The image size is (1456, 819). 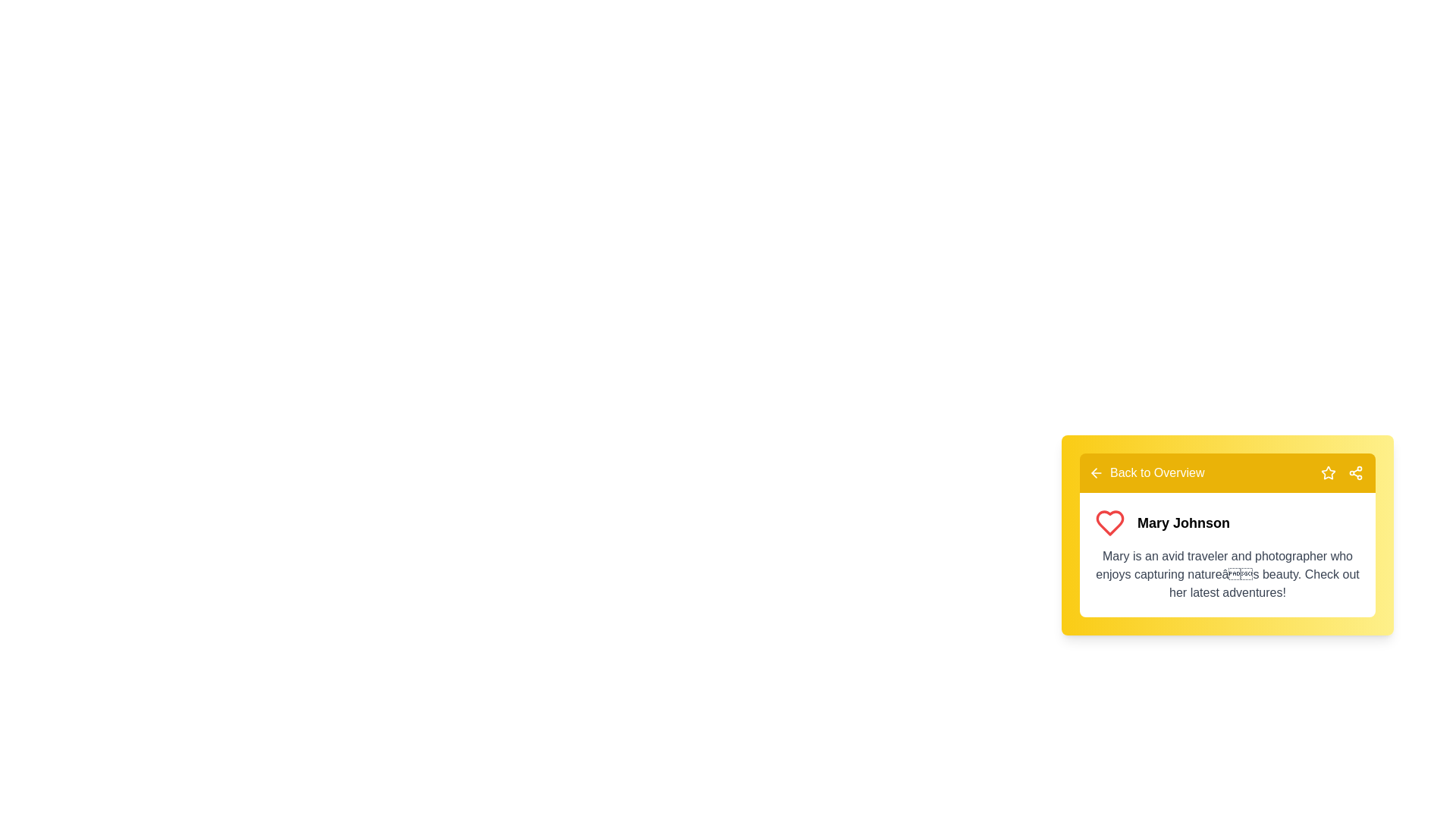 What do you see at coordinates (1096, 472) in the screenshot?
I see `the arrow icon located at the top left of the yellow section` at bounding box center [1096, 472].